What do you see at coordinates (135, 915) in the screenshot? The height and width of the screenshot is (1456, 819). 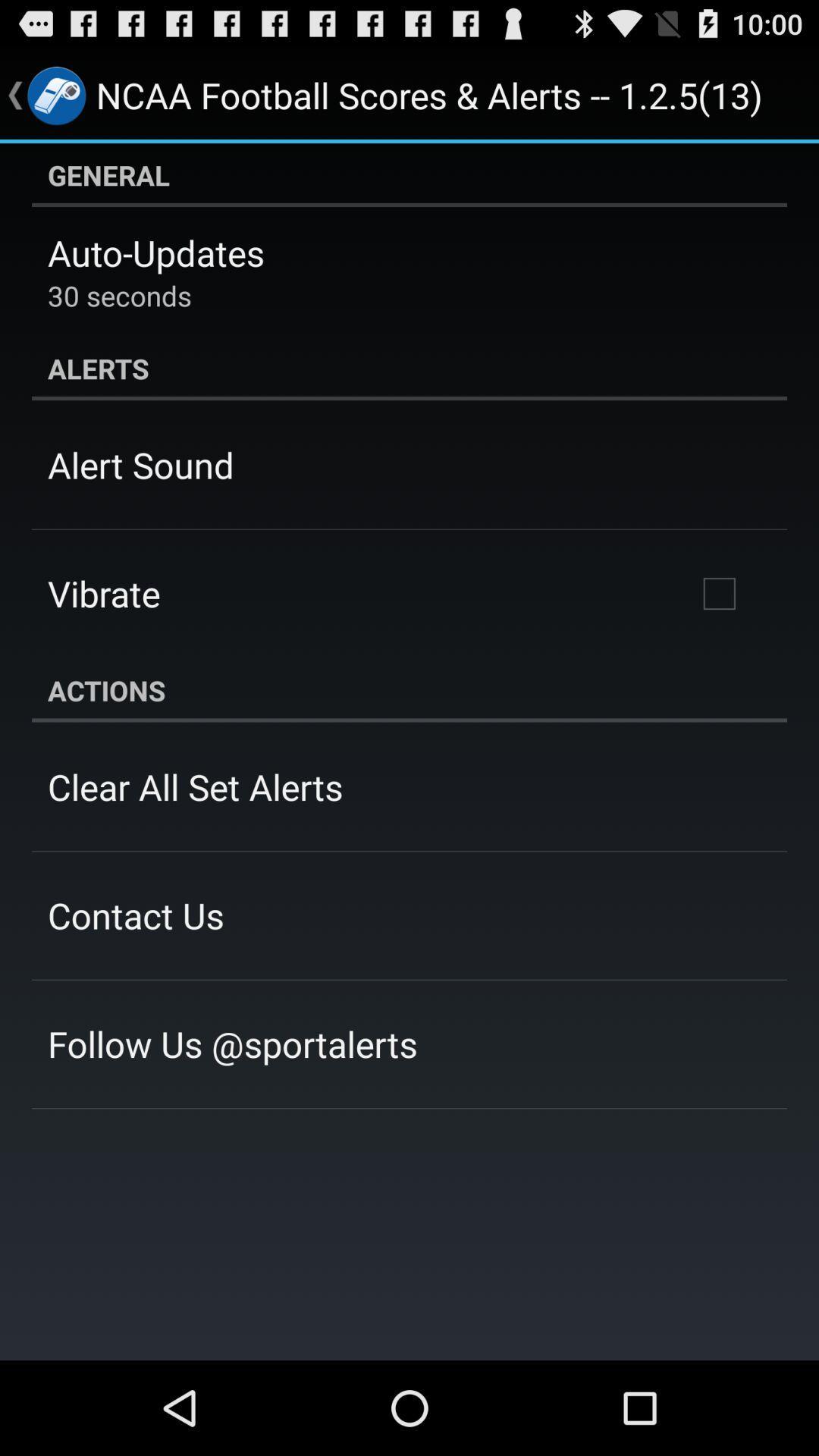 I see `the icon below clear all set icon` at bounding box center [135, 915].